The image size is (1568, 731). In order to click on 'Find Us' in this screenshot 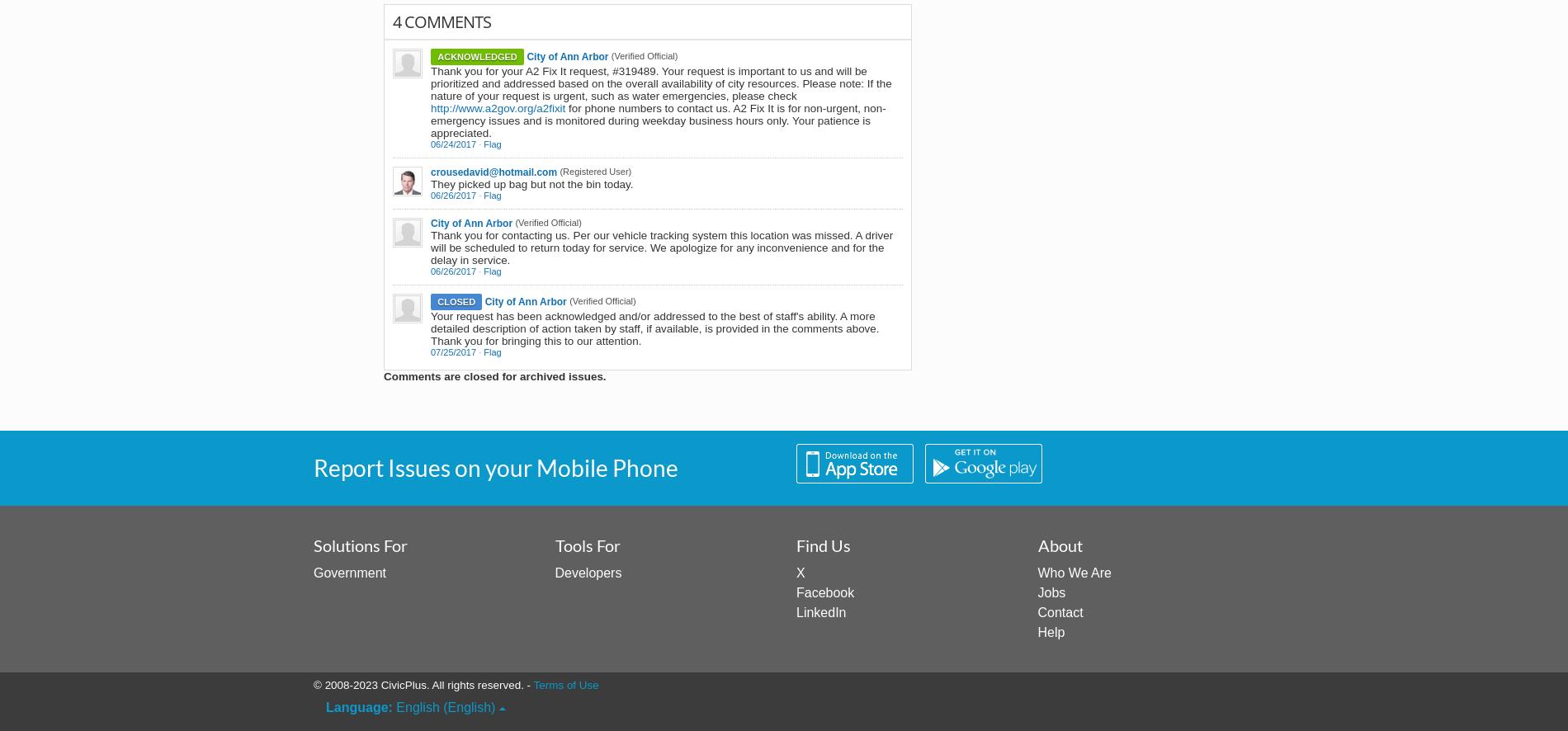, I will do `click(796, 544)`.